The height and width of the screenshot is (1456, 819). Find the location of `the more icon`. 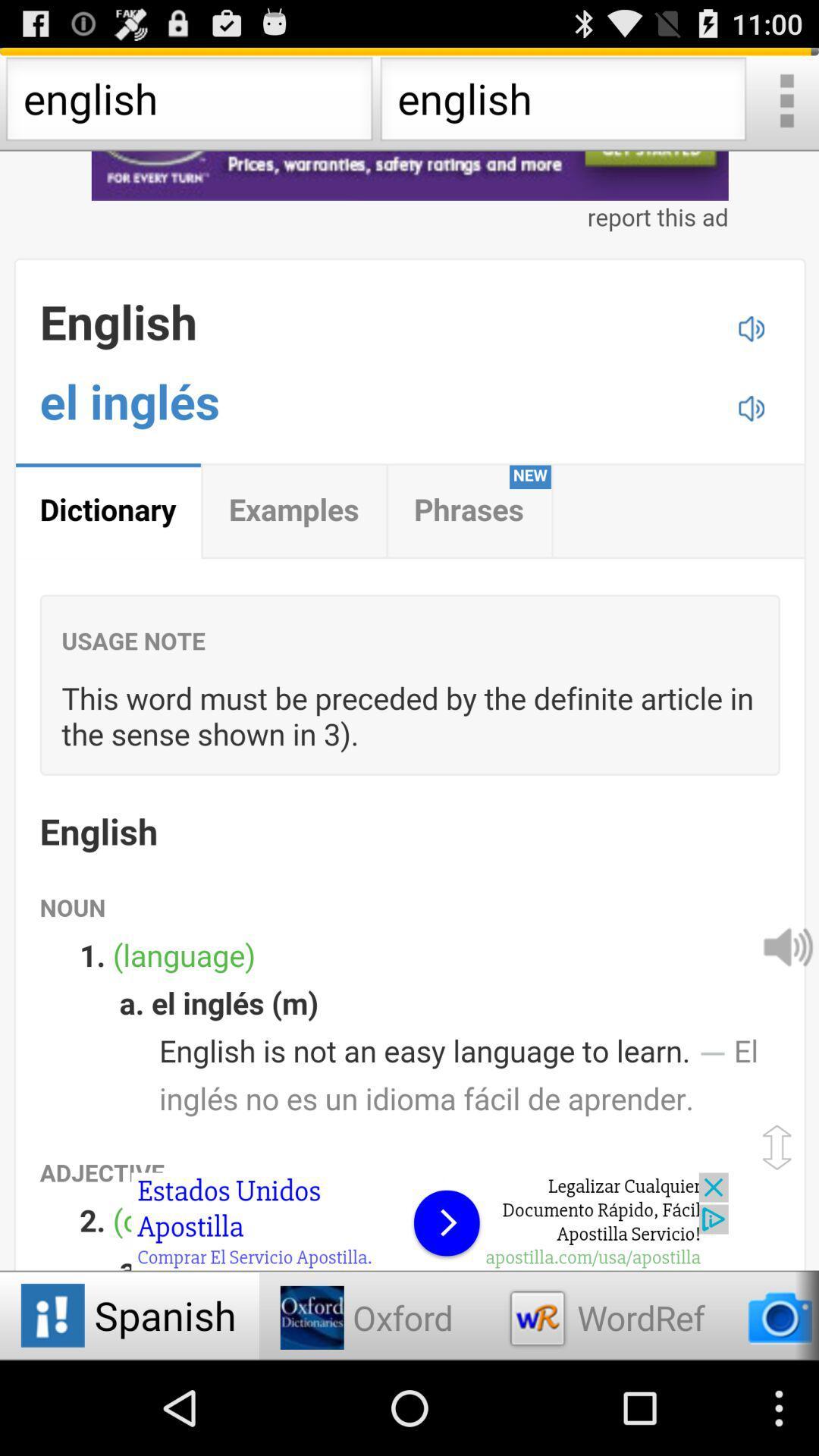

the more icon is located at coordinates (785, 110).